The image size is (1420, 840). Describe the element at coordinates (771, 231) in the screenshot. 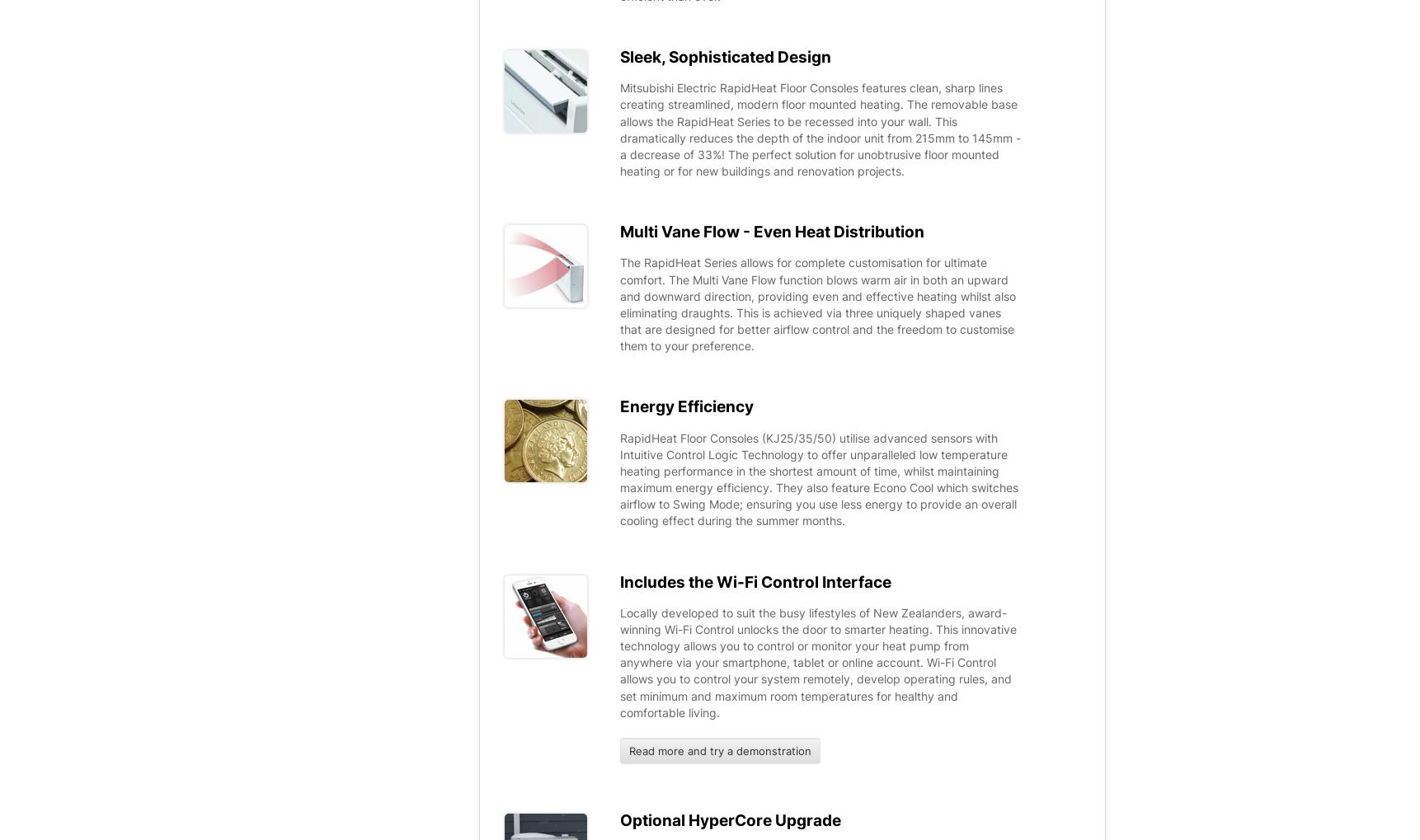

I see `'Multi Vane Flow - Even Heat Distribution'` at that location.